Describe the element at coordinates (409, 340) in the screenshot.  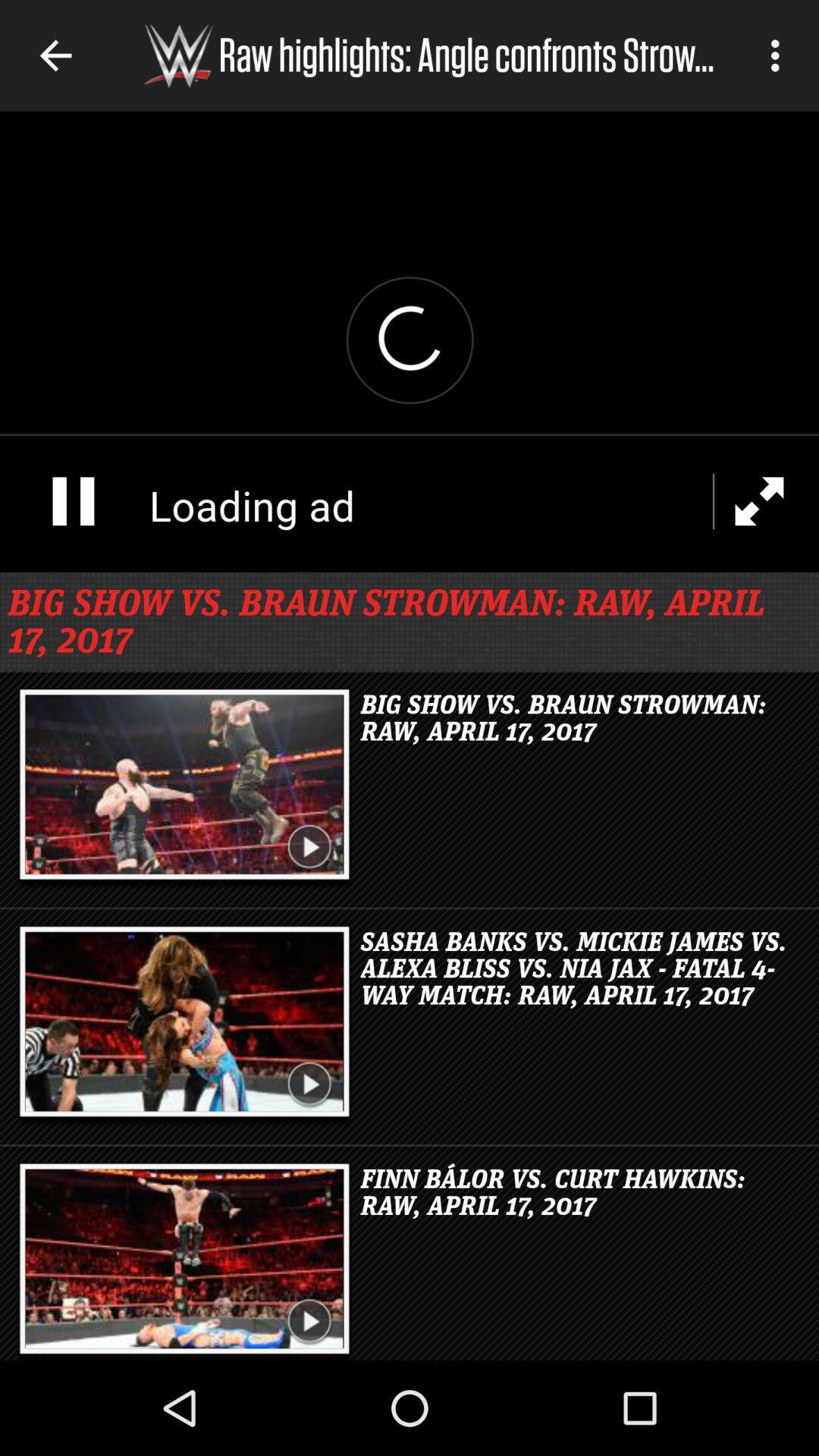
I see `video streaming` at that location.